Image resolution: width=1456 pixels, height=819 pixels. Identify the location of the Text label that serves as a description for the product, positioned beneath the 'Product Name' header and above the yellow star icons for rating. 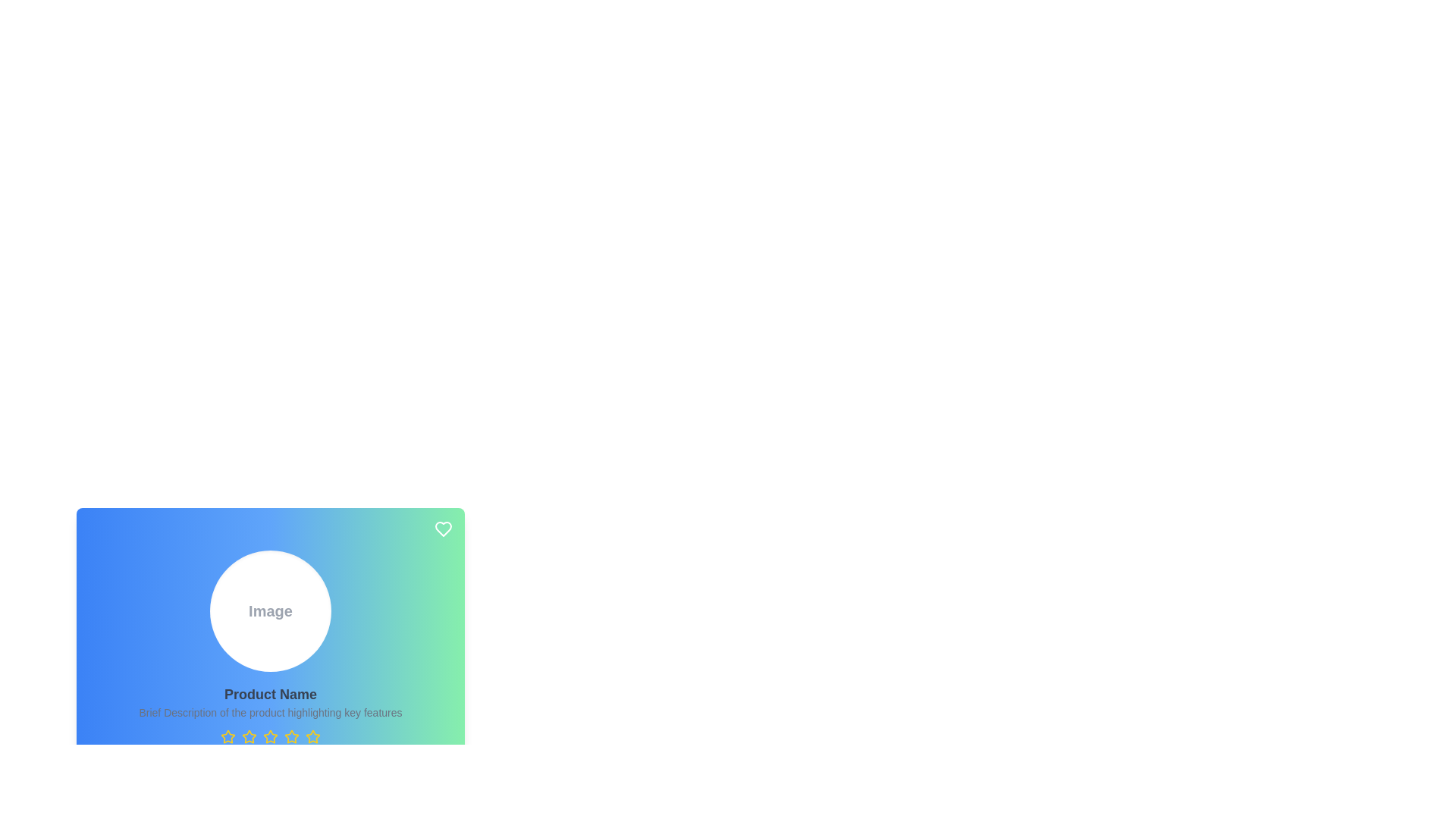
(270, 713).